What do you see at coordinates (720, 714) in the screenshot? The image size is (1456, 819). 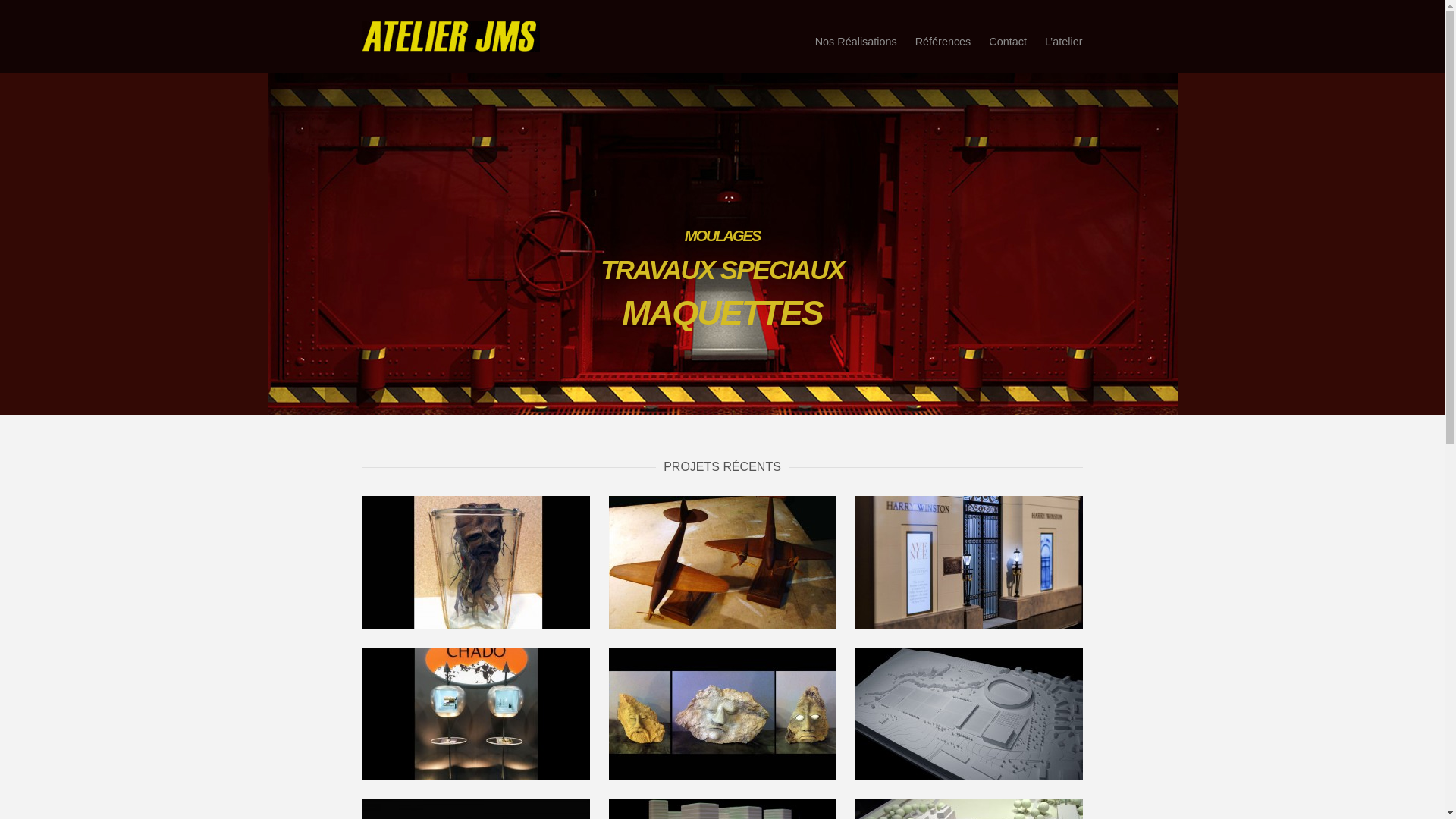 I see `'Personnages'` at bounding box center [720, 714].